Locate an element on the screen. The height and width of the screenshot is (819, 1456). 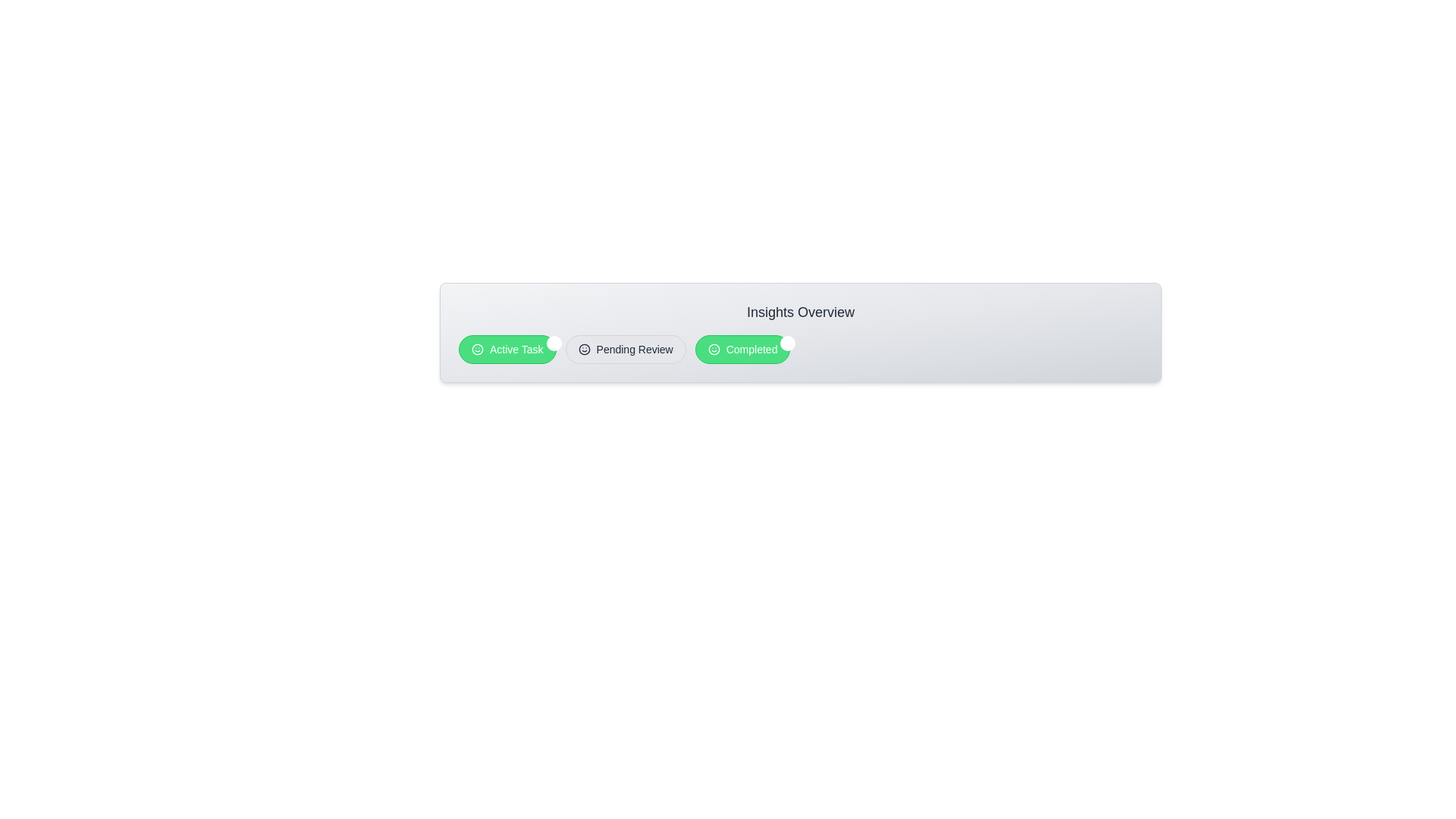
the chip labeled 'Pending Review' is located at coordinates (626, 350).